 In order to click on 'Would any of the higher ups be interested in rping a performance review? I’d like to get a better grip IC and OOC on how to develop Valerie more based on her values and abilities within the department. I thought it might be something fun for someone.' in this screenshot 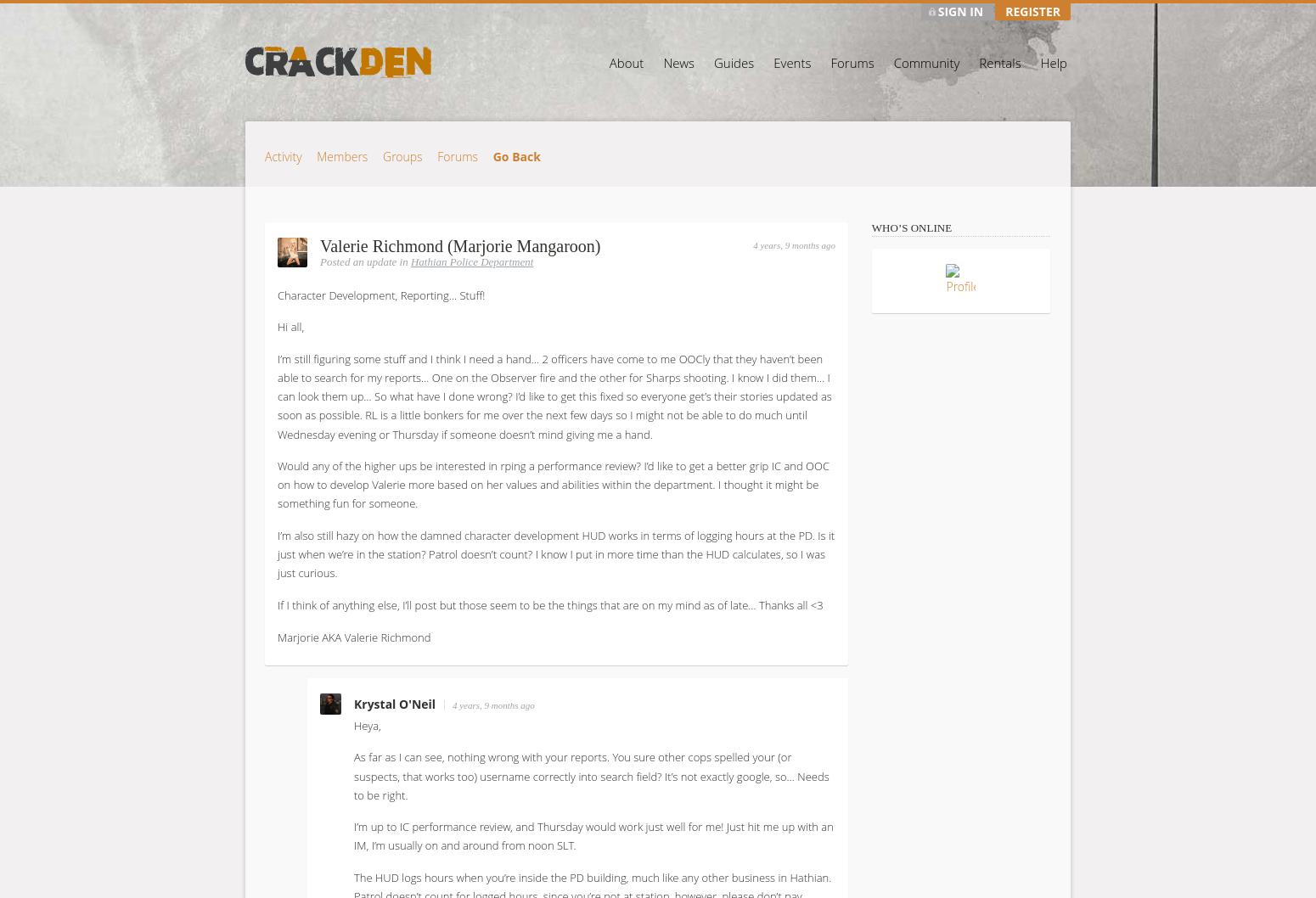, I will do `click(552, 485)`.